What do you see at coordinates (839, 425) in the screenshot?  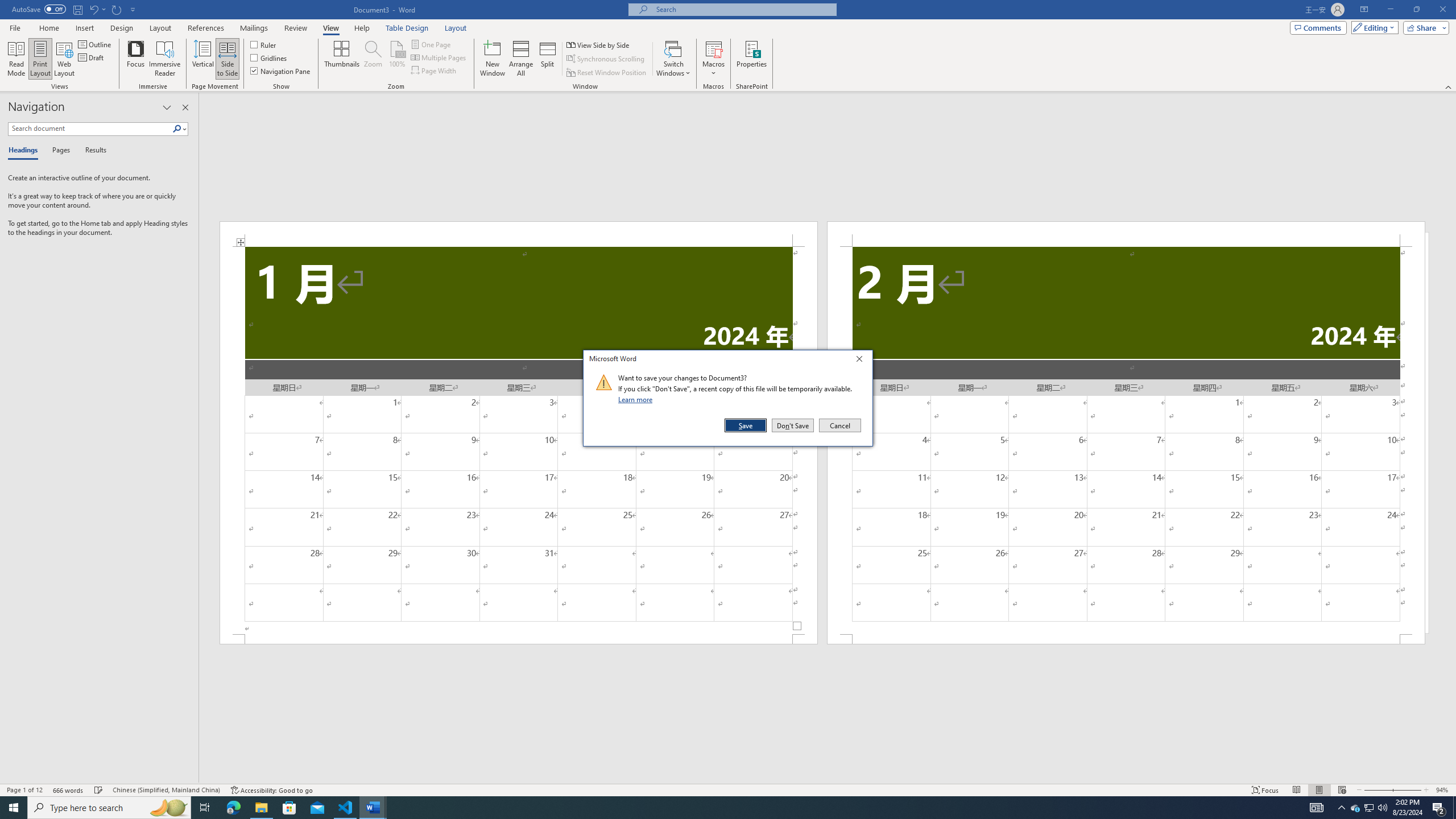 I see `'Cancel'` at bounding box center [839, 425].